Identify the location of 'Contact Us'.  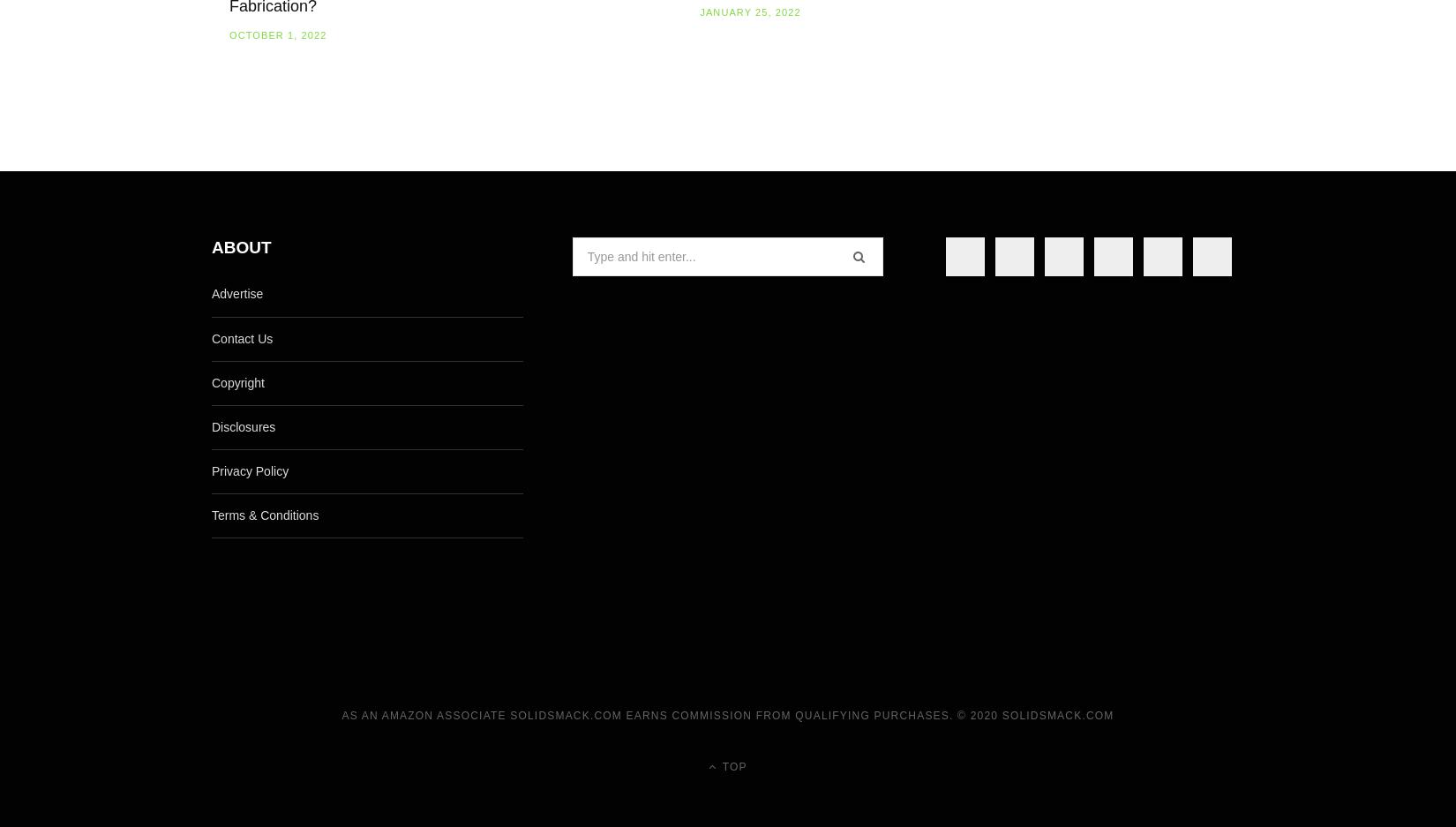
(242, 337).